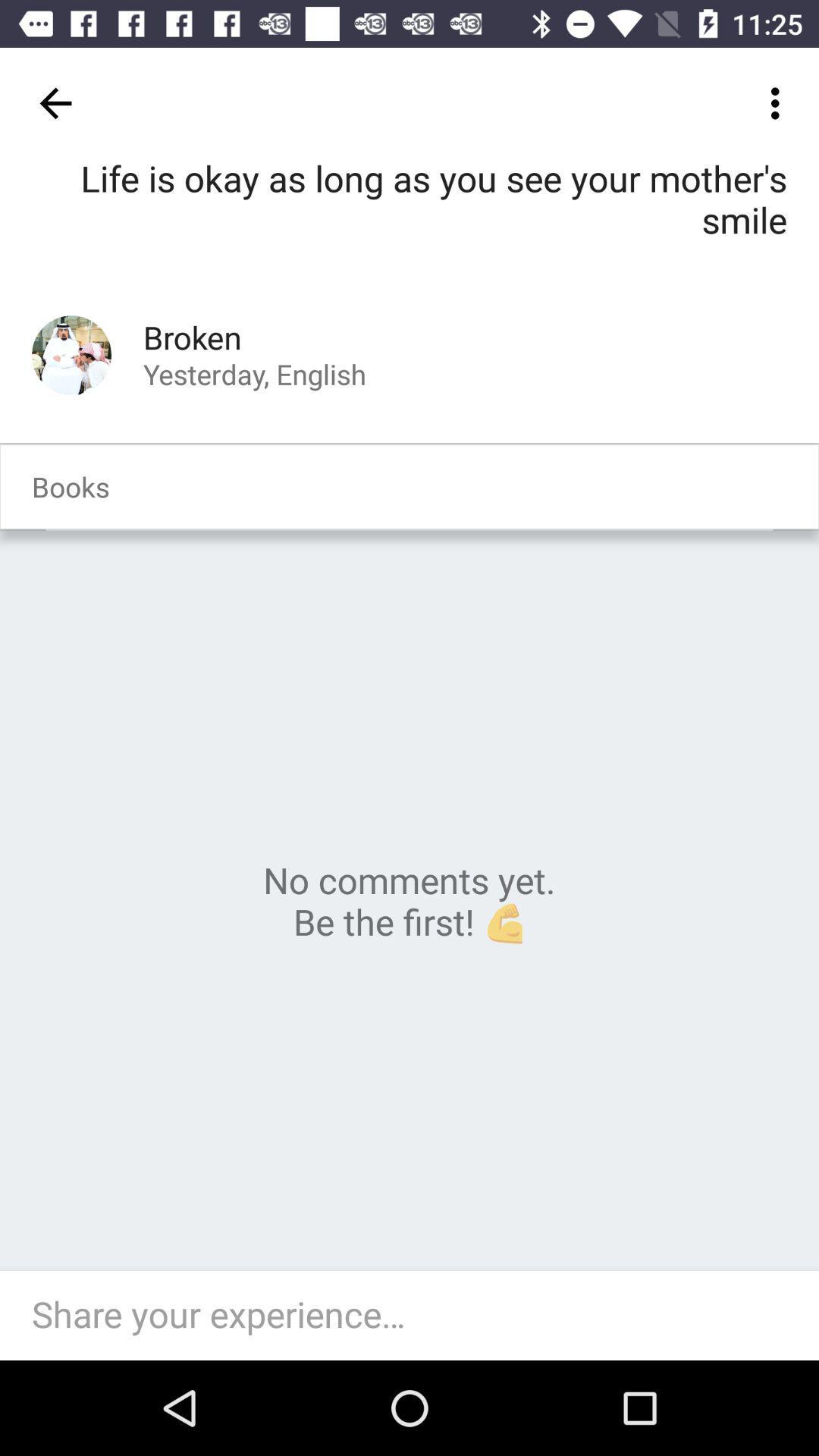 Image resolution: width=819 pixels, height=1456 pixels. I want to click on picture profile, so click(71, 354).